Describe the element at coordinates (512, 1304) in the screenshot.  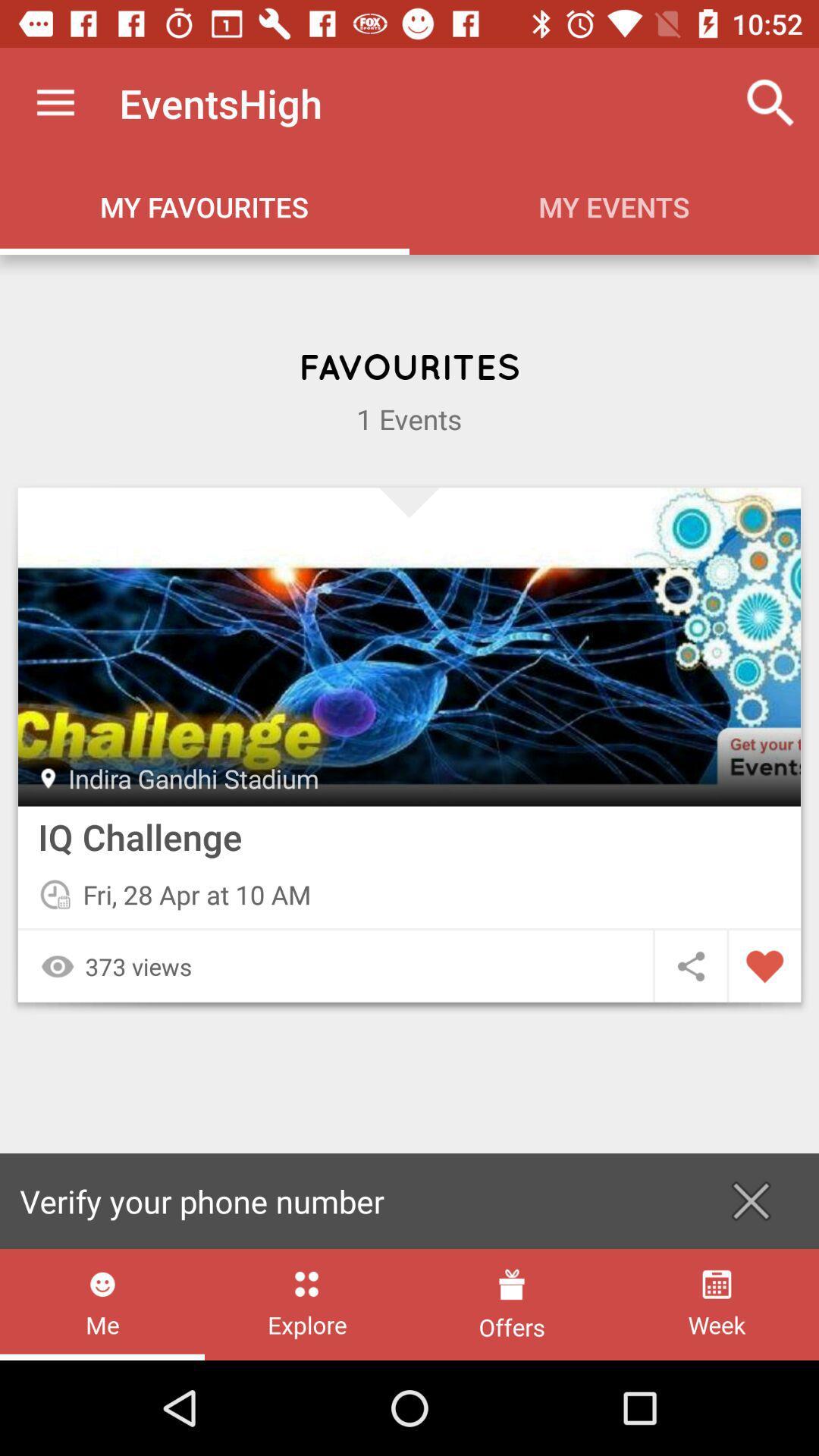
I see `the item below verify your phone` at that location.